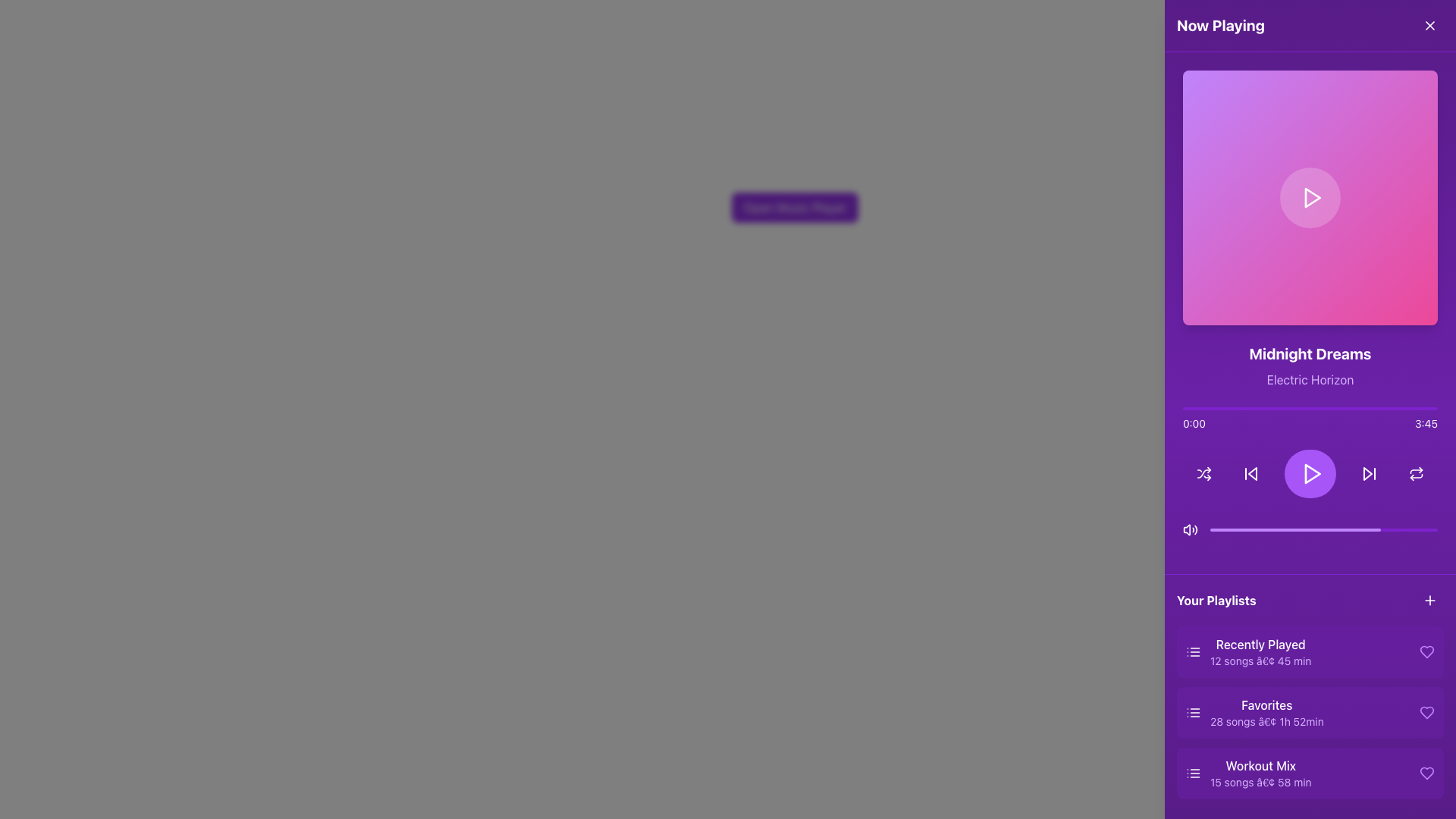 This screenshot has height=819, width=1456. Describe the element at coordinates (1377, 529) in the screenshot. I see `media playback progress` at that location.